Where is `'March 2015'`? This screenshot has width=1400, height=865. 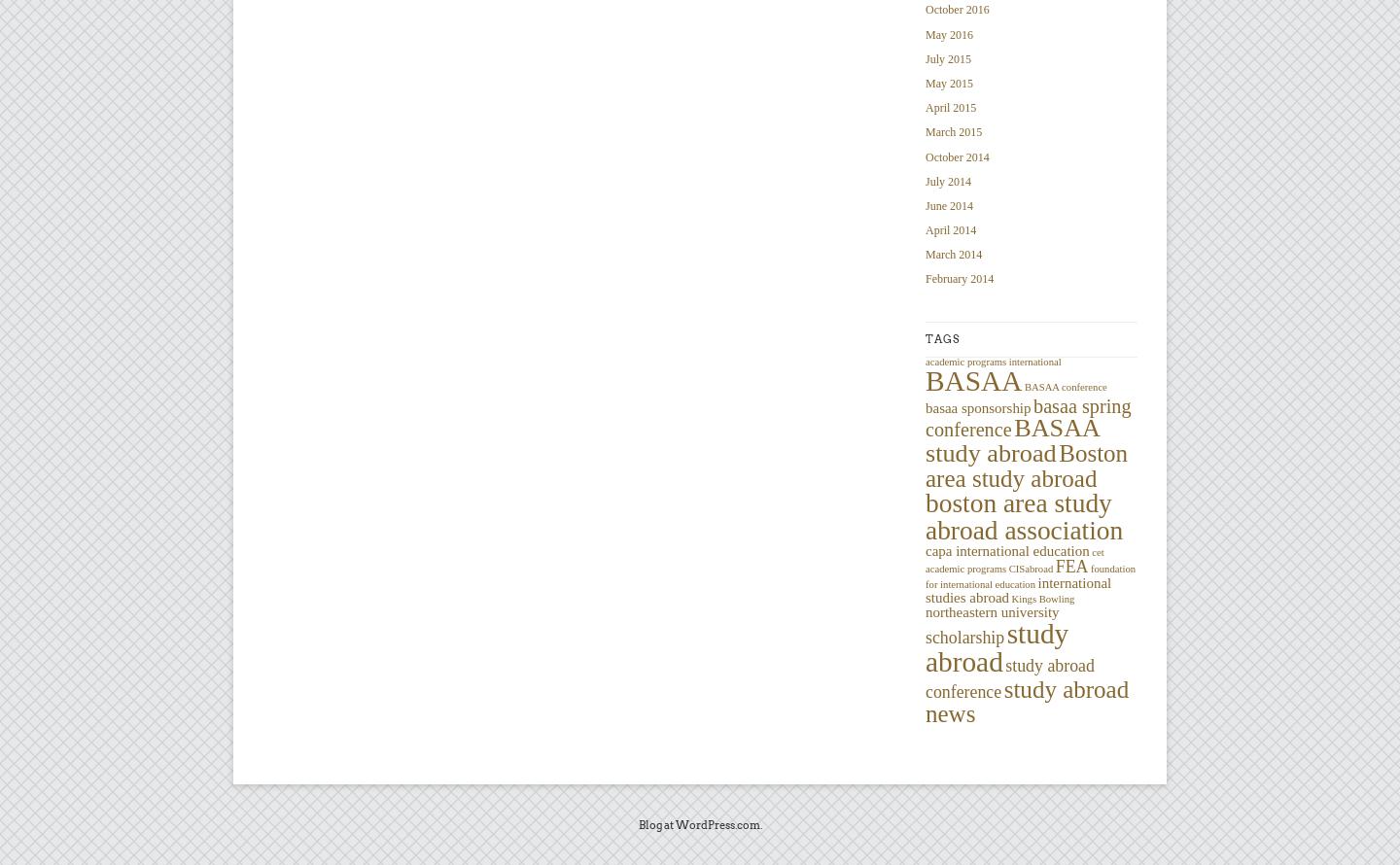
'March 2015' is located at coordinates (925, 130).